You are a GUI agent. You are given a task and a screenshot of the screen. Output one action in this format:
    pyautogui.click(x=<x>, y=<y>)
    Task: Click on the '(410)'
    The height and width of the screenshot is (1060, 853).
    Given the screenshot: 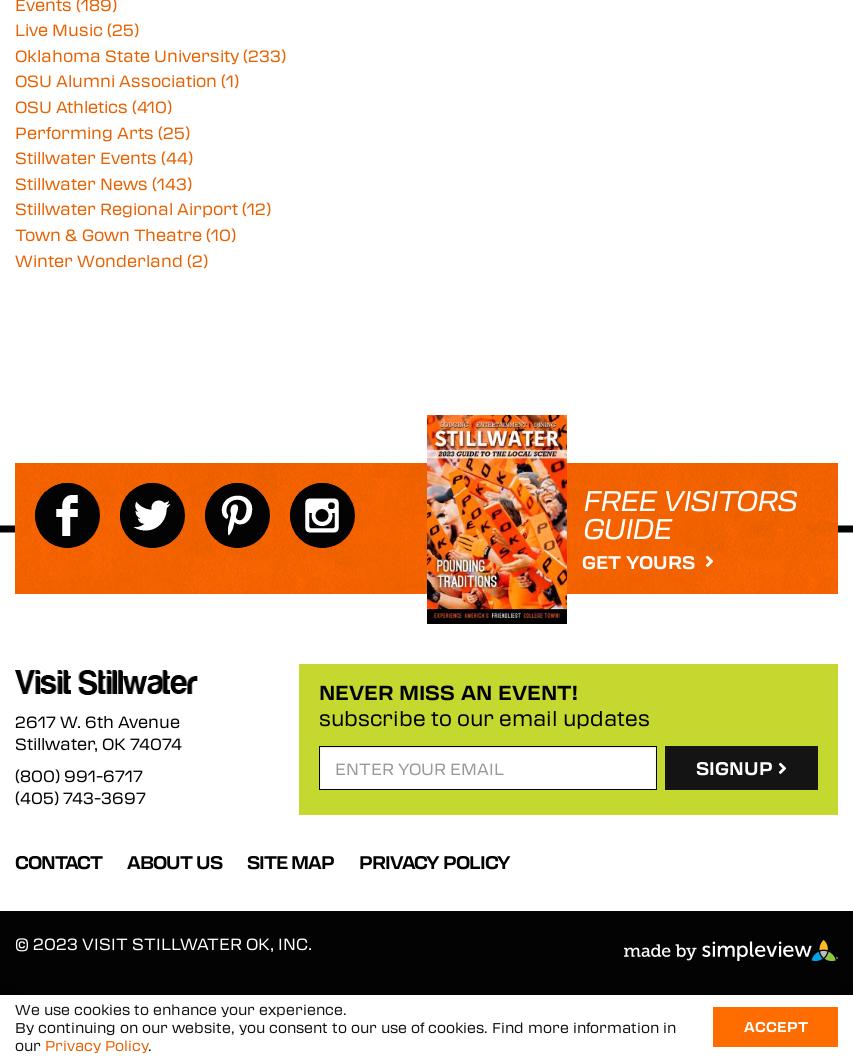 What is the action you would take?
    pyautogui.click(x=151, y=106)
    